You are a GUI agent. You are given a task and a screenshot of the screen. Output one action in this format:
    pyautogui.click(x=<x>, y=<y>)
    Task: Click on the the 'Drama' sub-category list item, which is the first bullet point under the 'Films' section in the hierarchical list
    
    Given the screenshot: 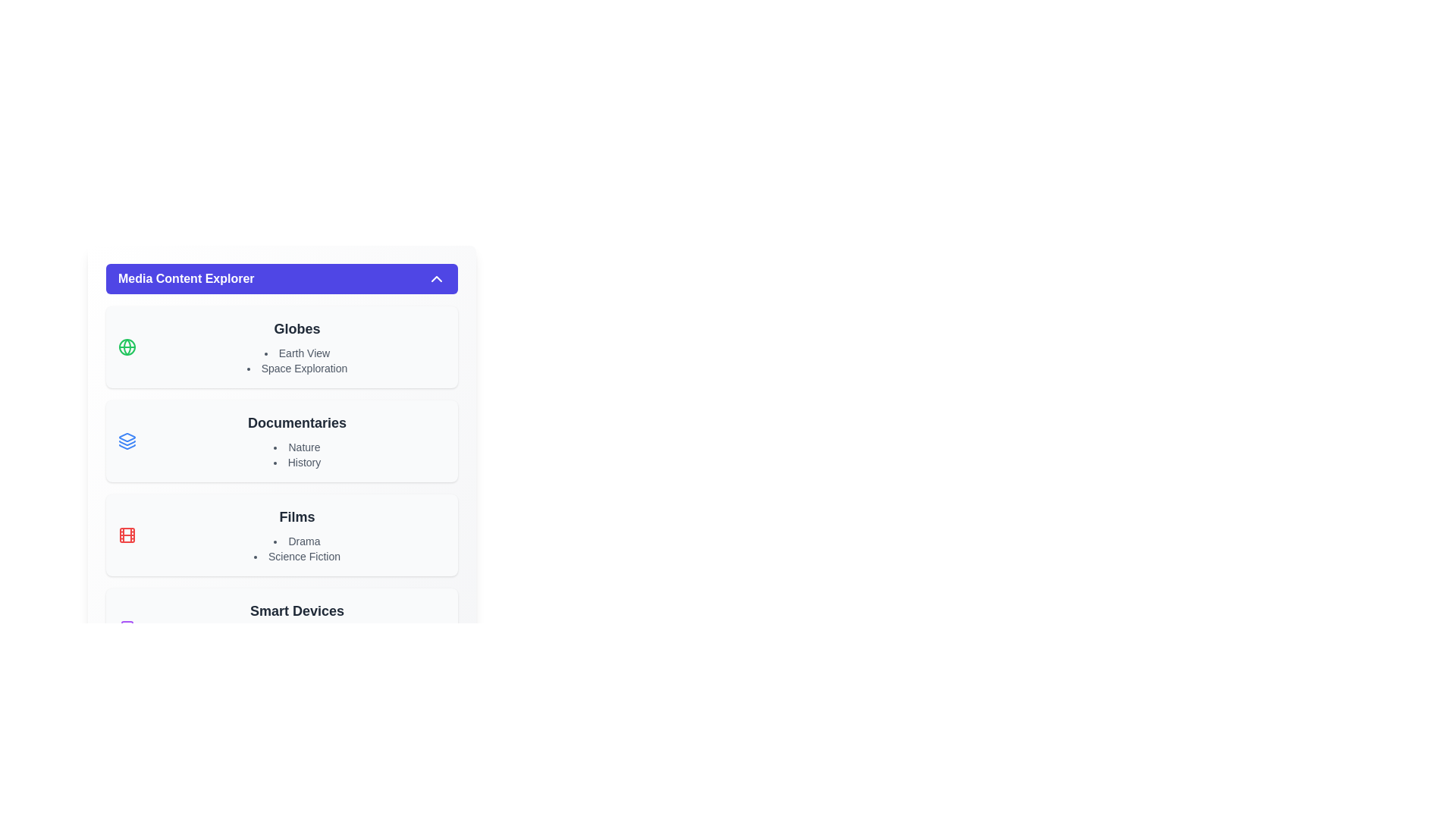 What is the action you would take?
    pyautogui.click(x=297, y=534)
    